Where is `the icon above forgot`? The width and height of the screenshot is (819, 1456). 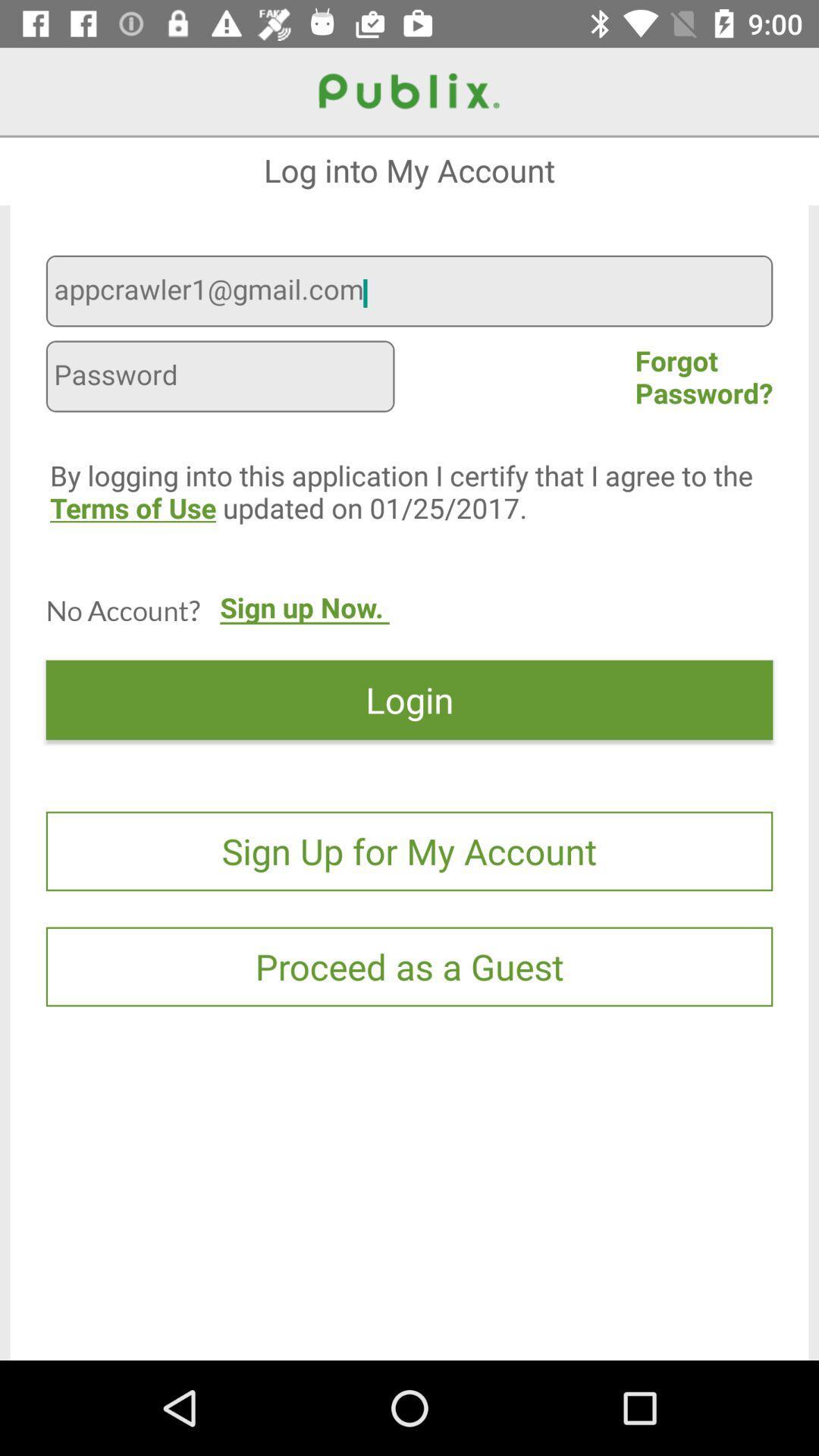 the icon above forgot is located at coordinates (409, 293).